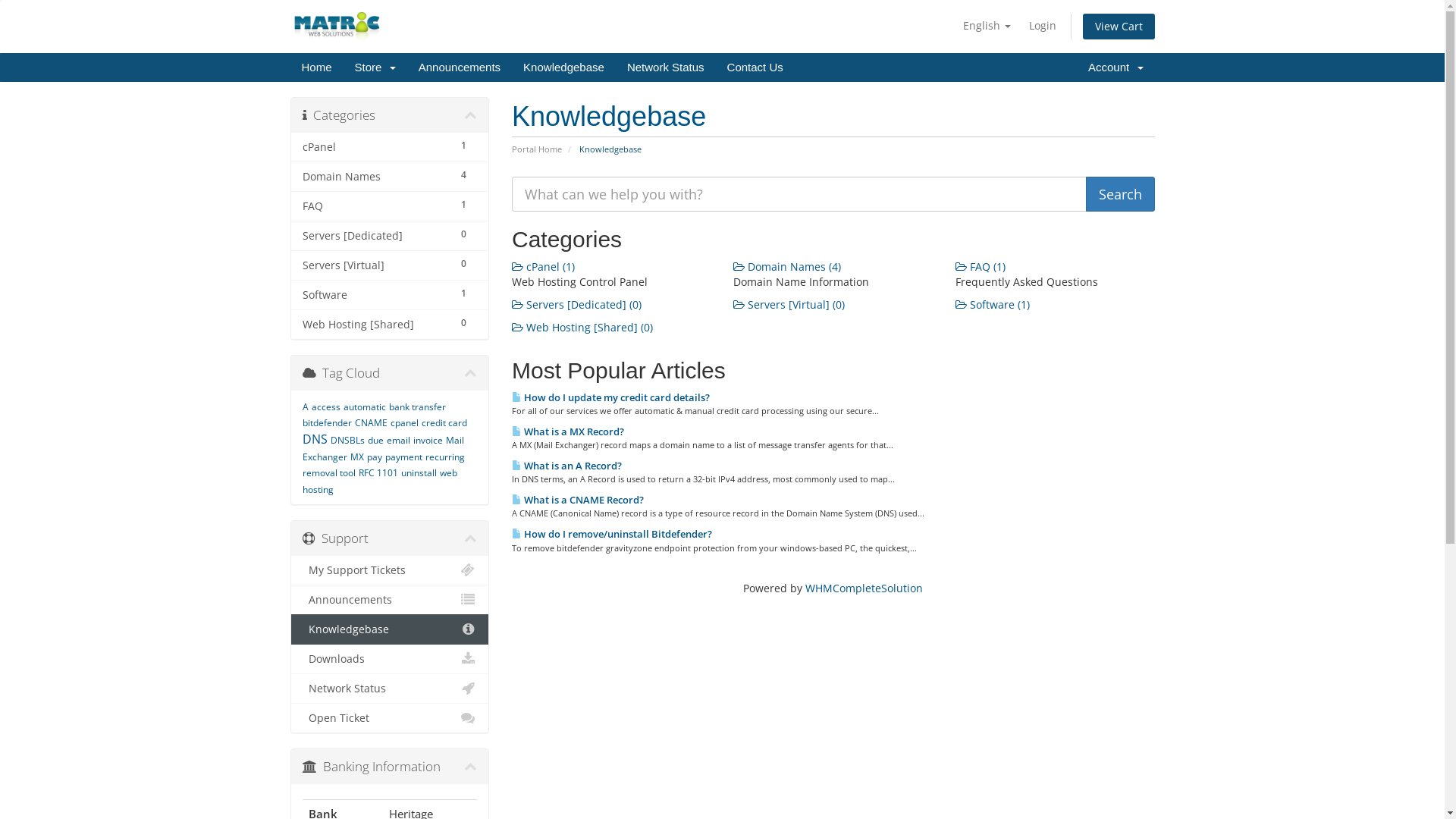 The width and height of the screenshot is (1456, 819). Describe the element at coordinates (512, 431) in the screenshot. I see `' What is a MX Record?'` at that location.